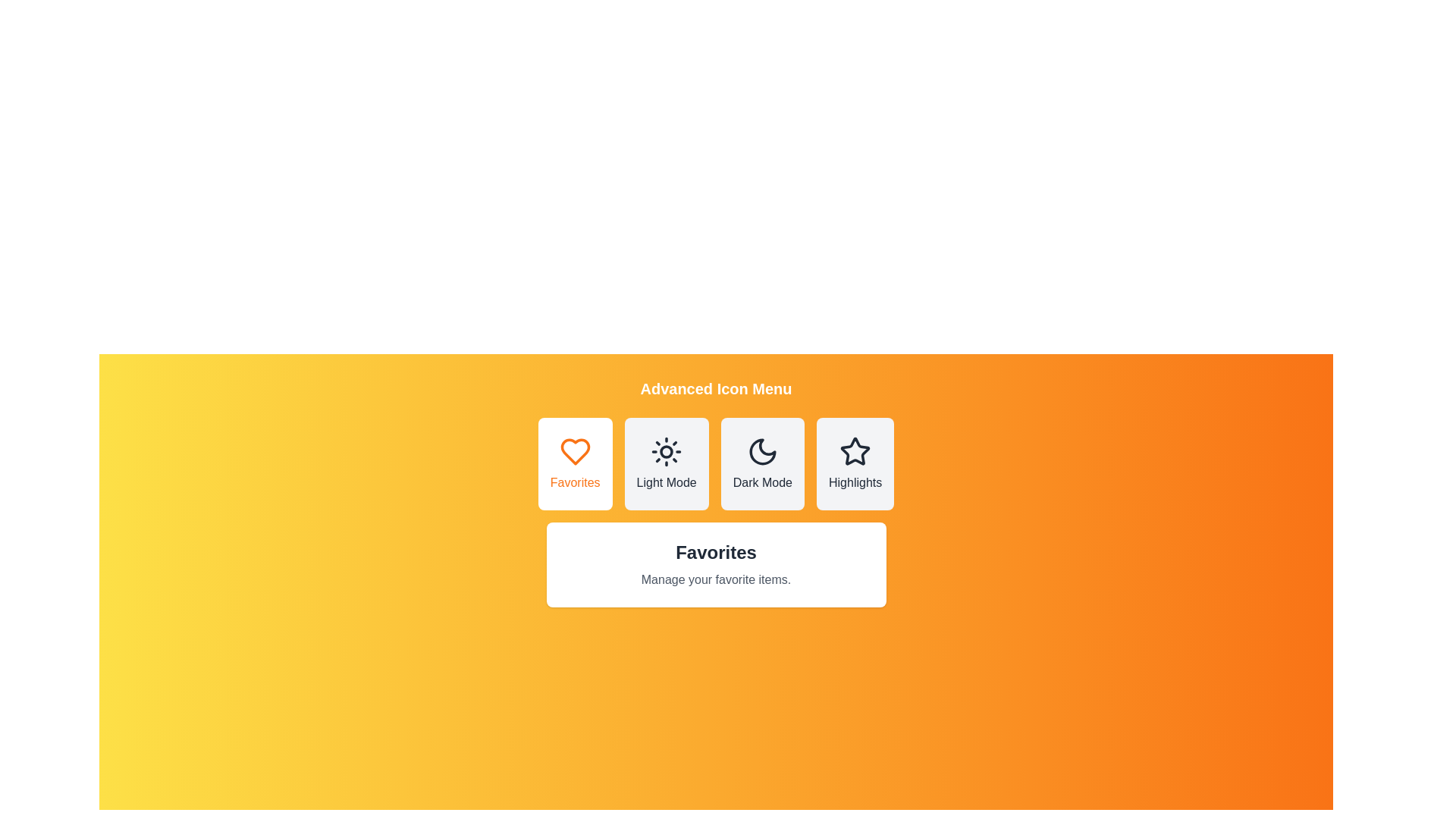  I want to click on the 'Favorites' icon located at the top of the 'Favorites' section in the grid, which is the first cell containing saved items, so click(574, 451).